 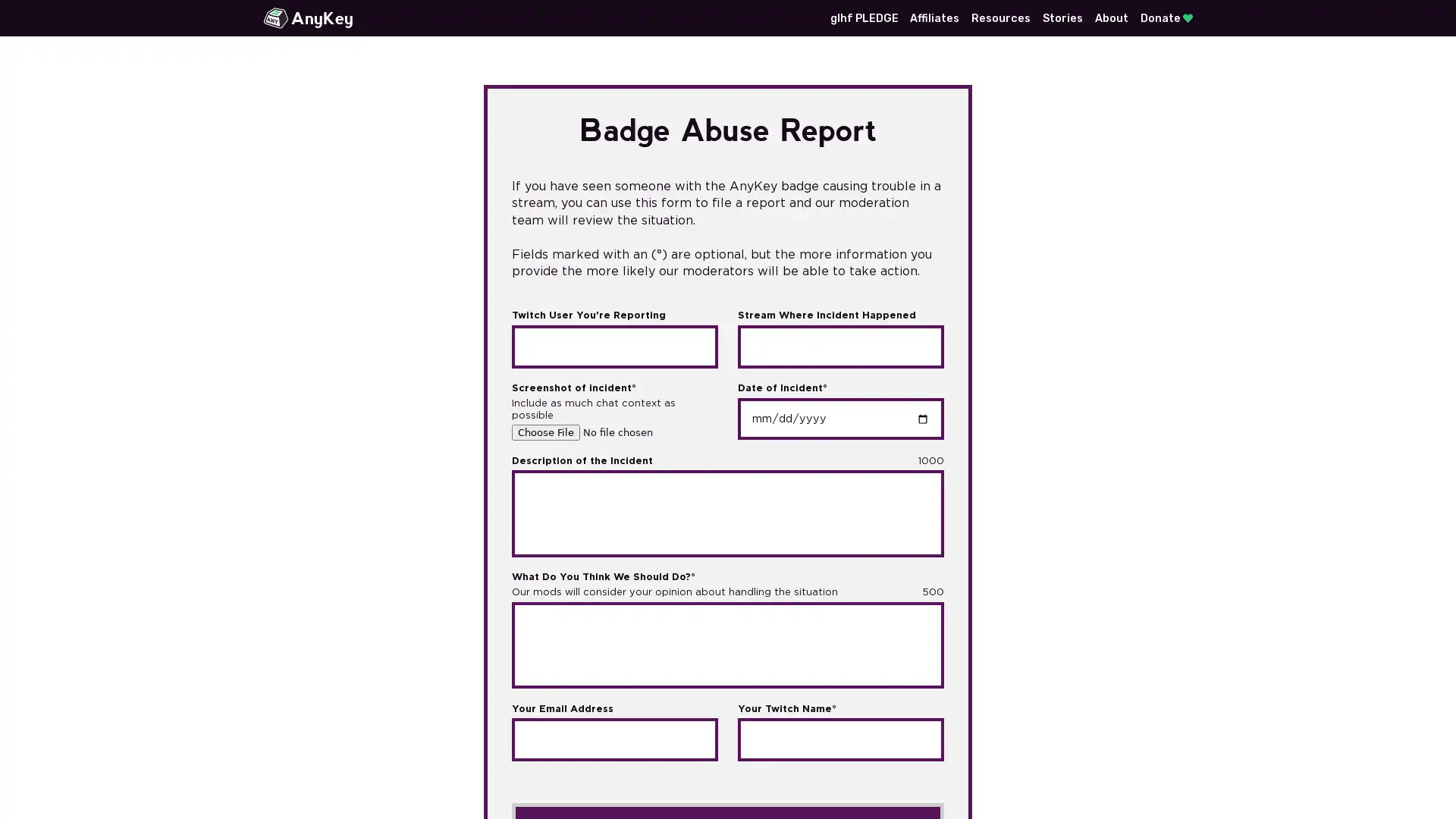 What do you see at coordinates (546, 432) in the screenshot?
I see `Choose File` at bounding box center [546, 432].